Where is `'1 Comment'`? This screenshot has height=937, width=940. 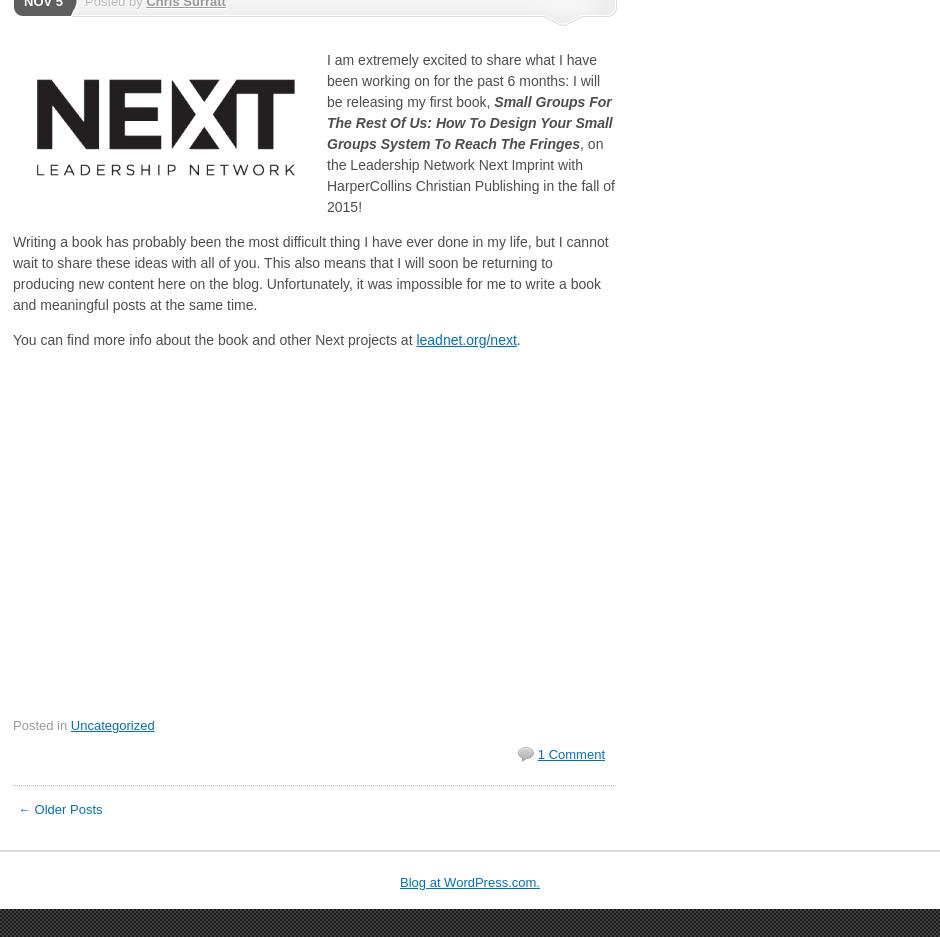
'1 Comment' is located at coordinates (570, 753).